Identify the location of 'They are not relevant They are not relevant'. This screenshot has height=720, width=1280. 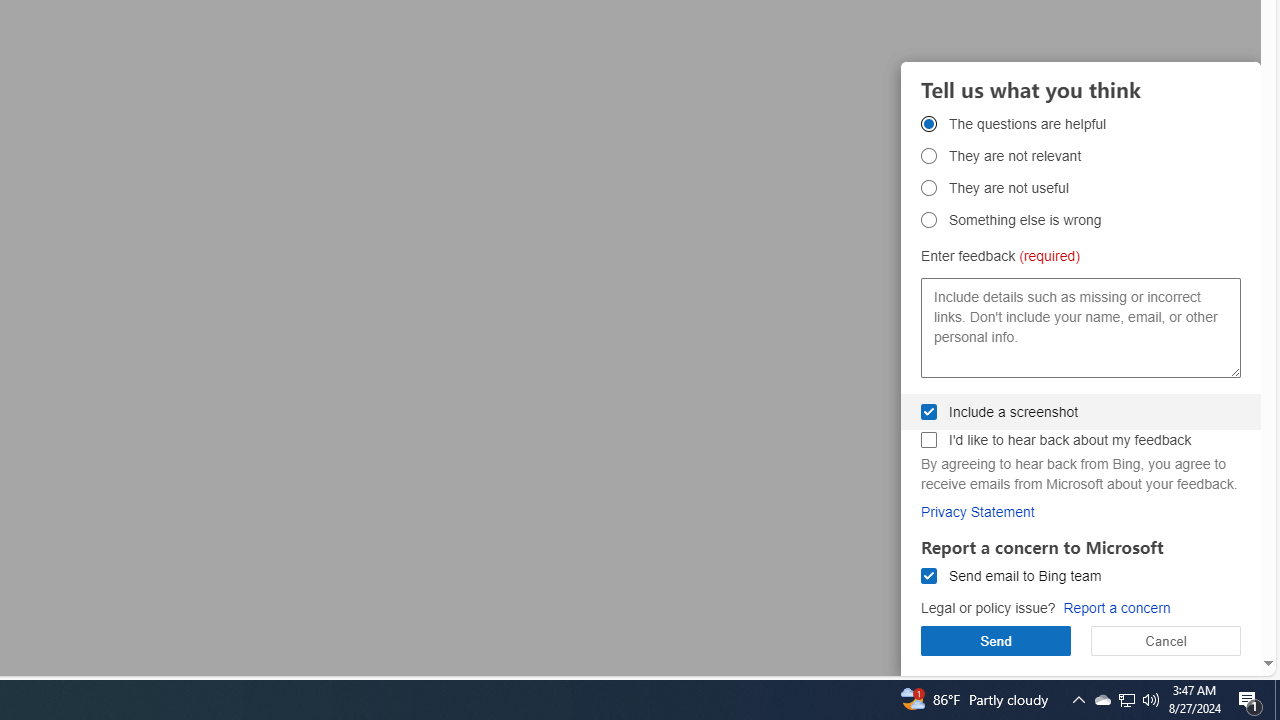
(928, 155).